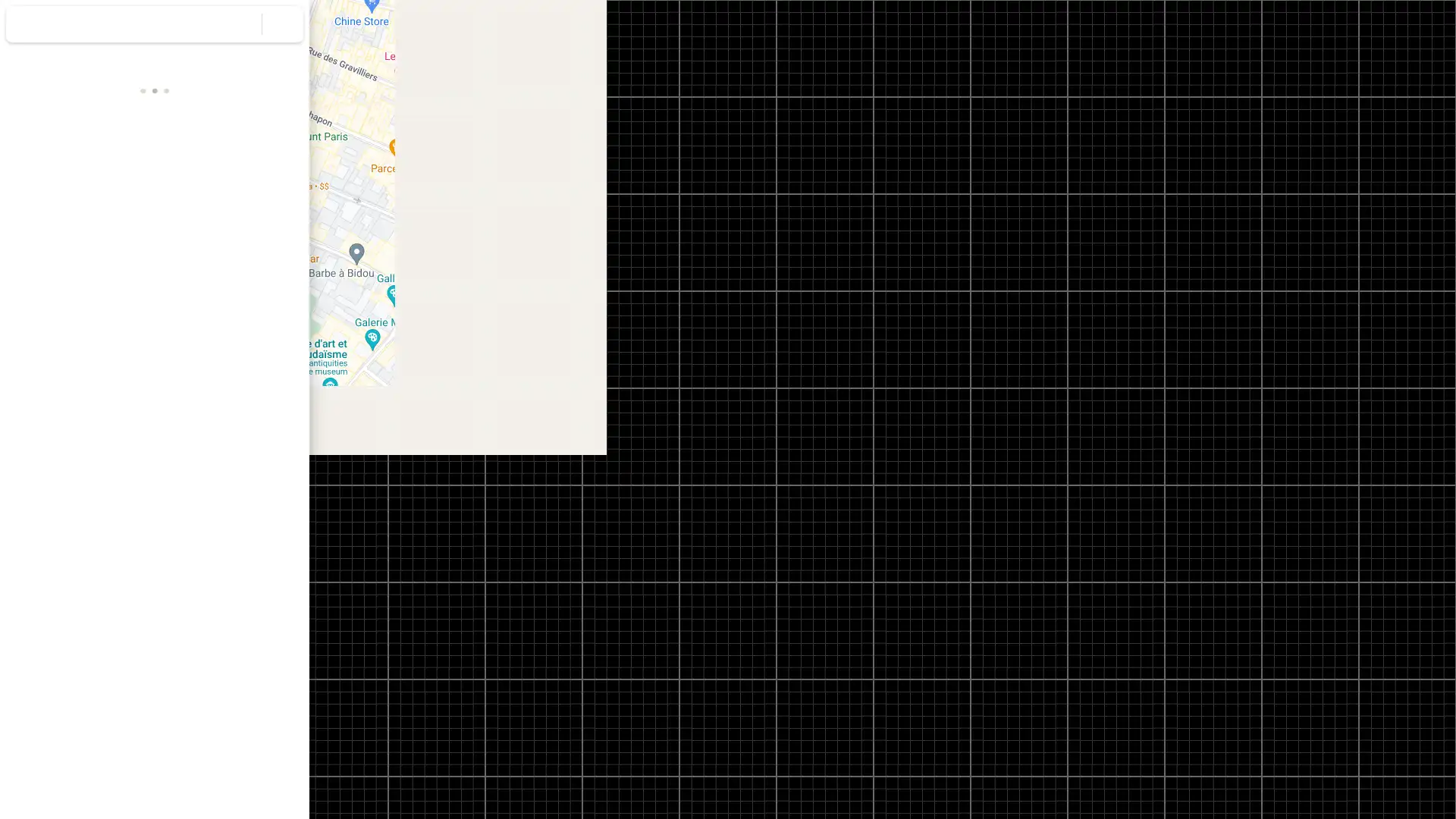  Describe the element at coordinates (209, 265) in the screenshot. I see `Send 5 Rue de Palestro to your phone` at that location.